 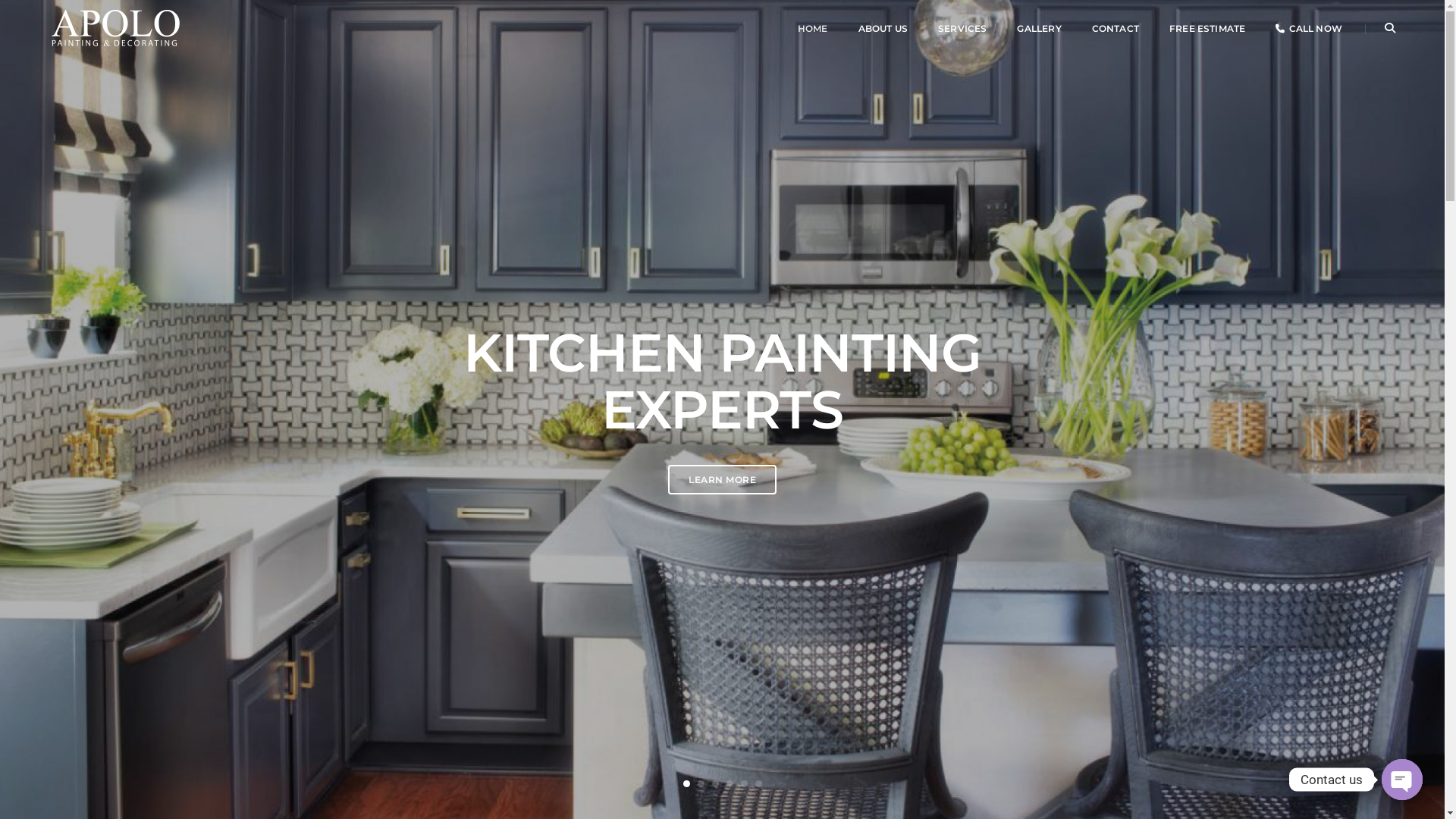 I want to click on 'FREE ESTIMATE', so click(x=1207, y=29).